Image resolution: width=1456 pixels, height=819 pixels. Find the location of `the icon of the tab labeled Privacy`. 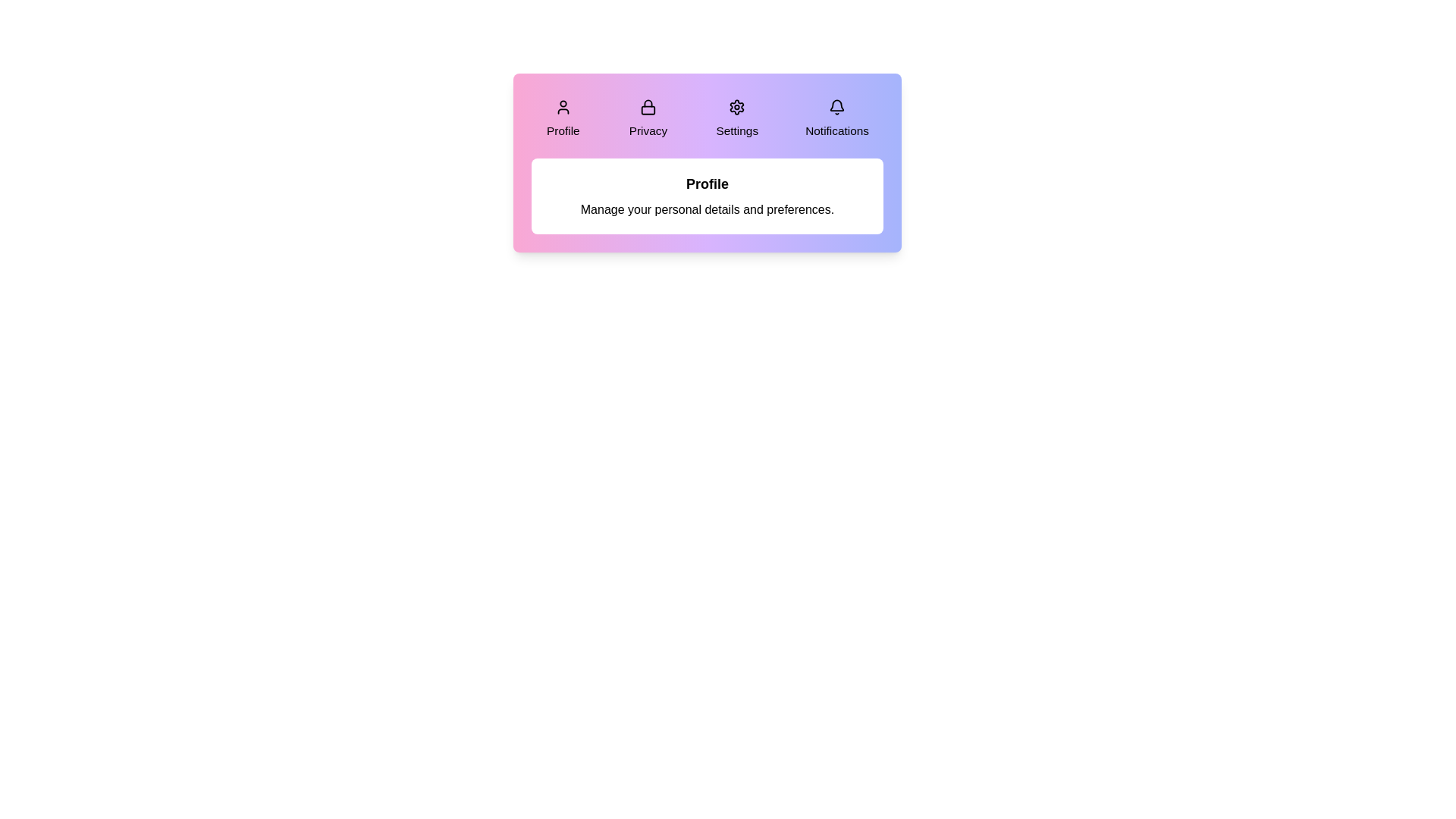

the icon of the tab labeled Privacy is located at coordinates (648, 106).